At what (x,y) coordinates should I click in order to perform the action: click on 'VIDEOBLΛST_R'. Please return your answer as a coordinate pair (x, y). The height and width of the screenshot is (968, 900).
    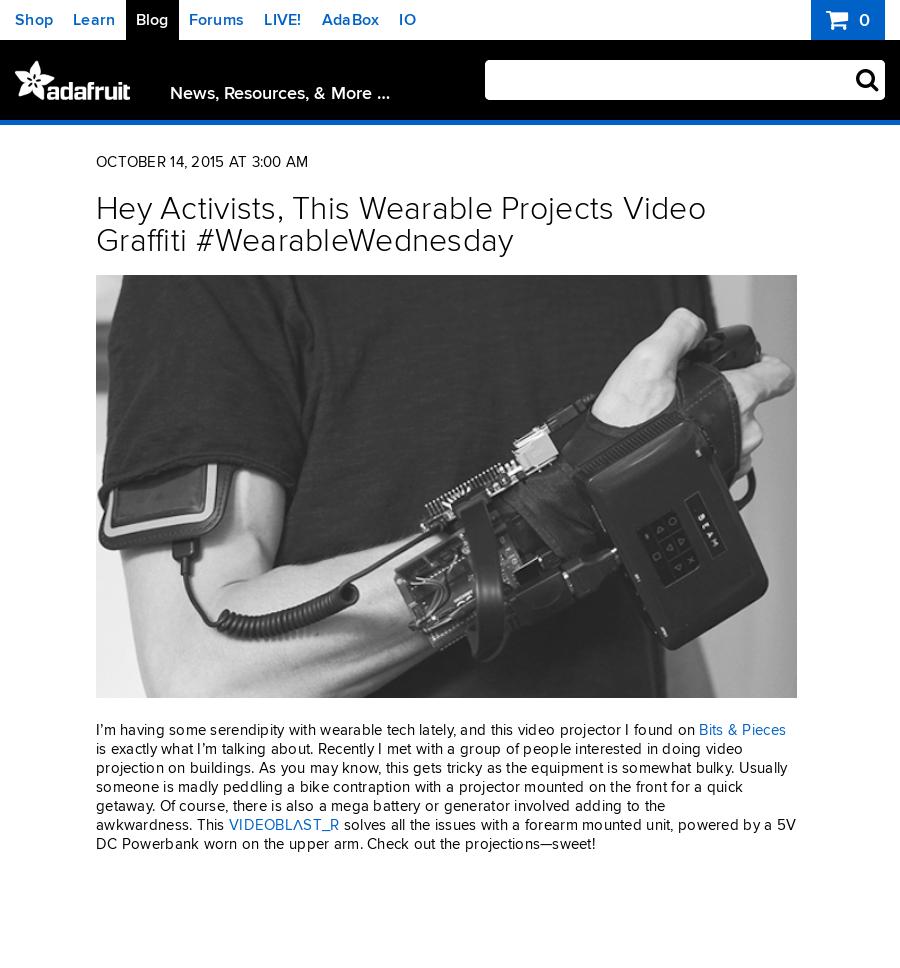
    Looking at the image, I should click on (283, 824).